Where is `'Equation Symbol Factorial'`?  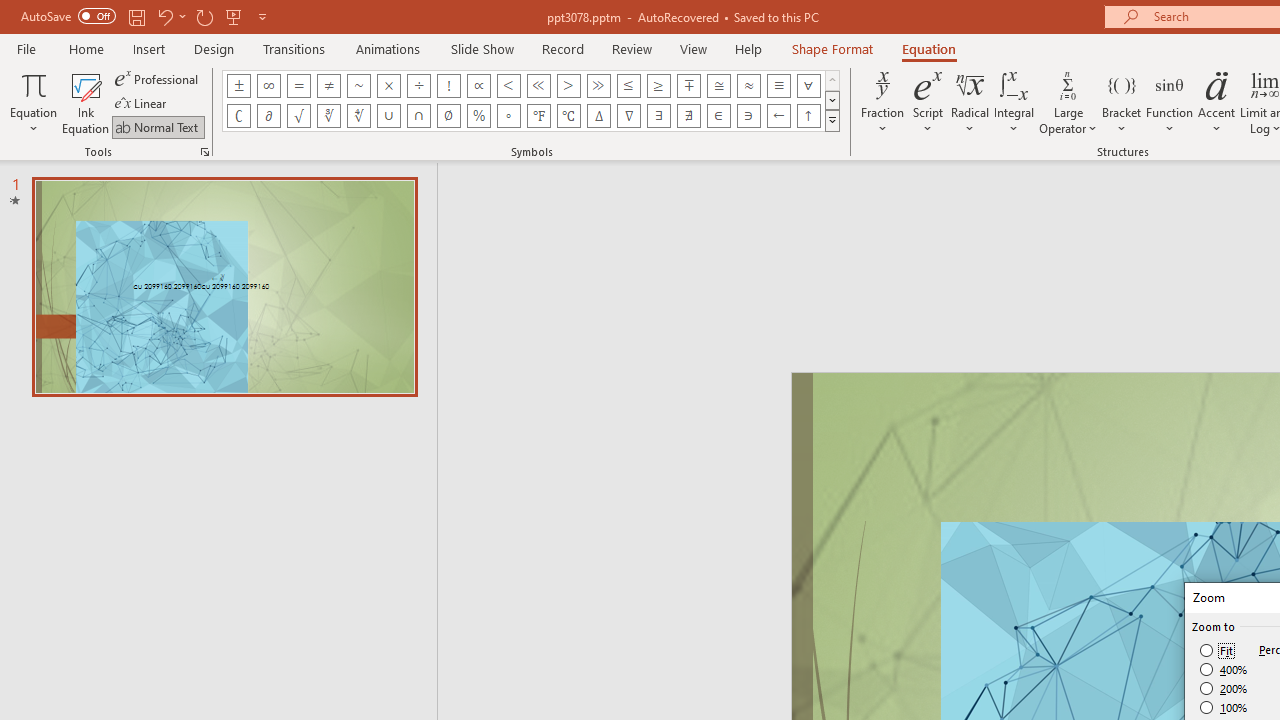 'Equation Symbol Factorial' is located at coordinates (447, 85).